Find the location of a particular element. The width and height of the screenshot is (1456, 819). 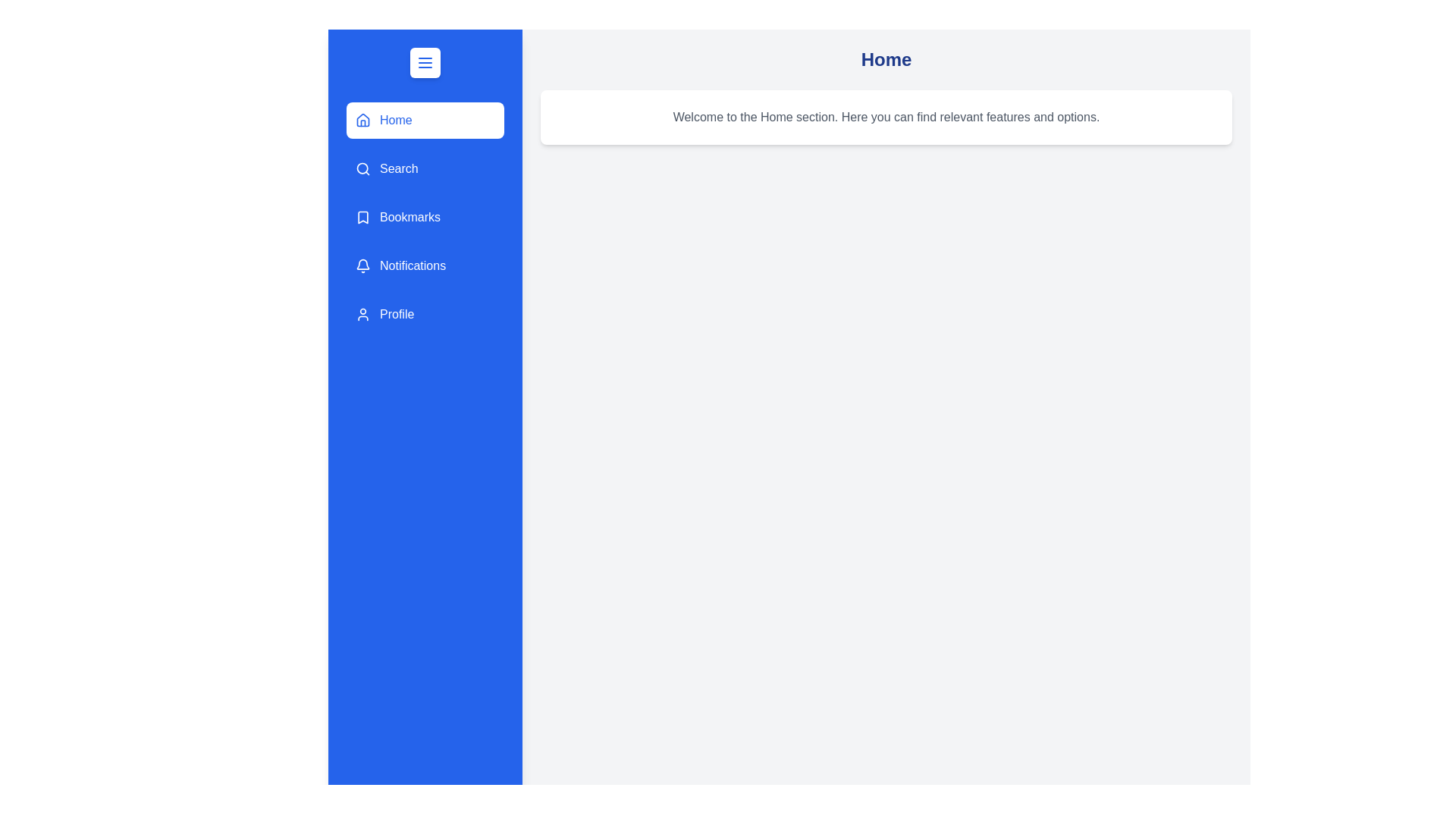

the menu item Home from the drawer is located at coordinates (425, 119).